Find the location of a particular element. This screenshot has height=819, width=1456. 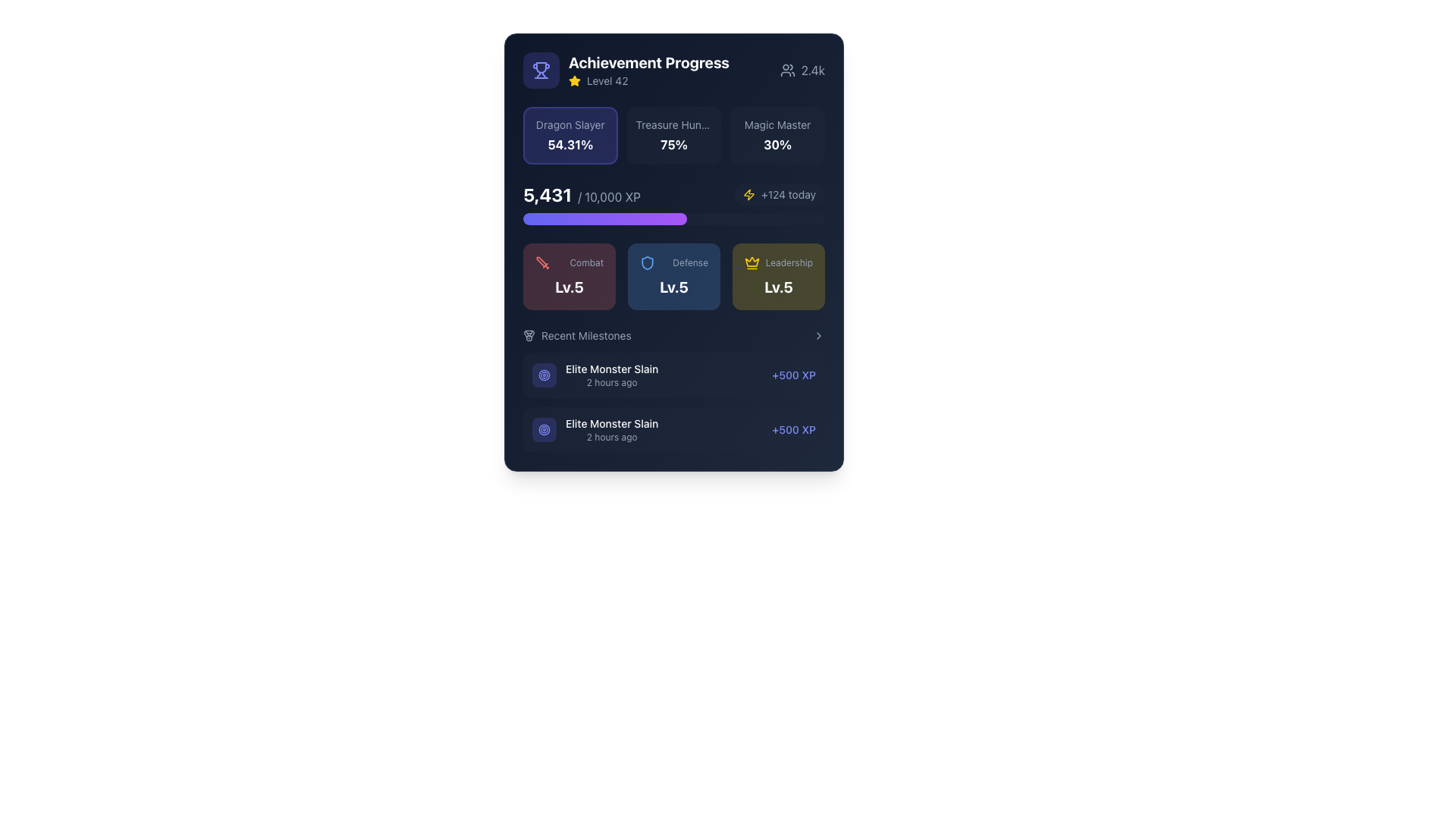

the yellow lightning bolt icon in the top bar, located between the 'Achievement Progress' label and the user count icon is located at coordinates (749, 194).